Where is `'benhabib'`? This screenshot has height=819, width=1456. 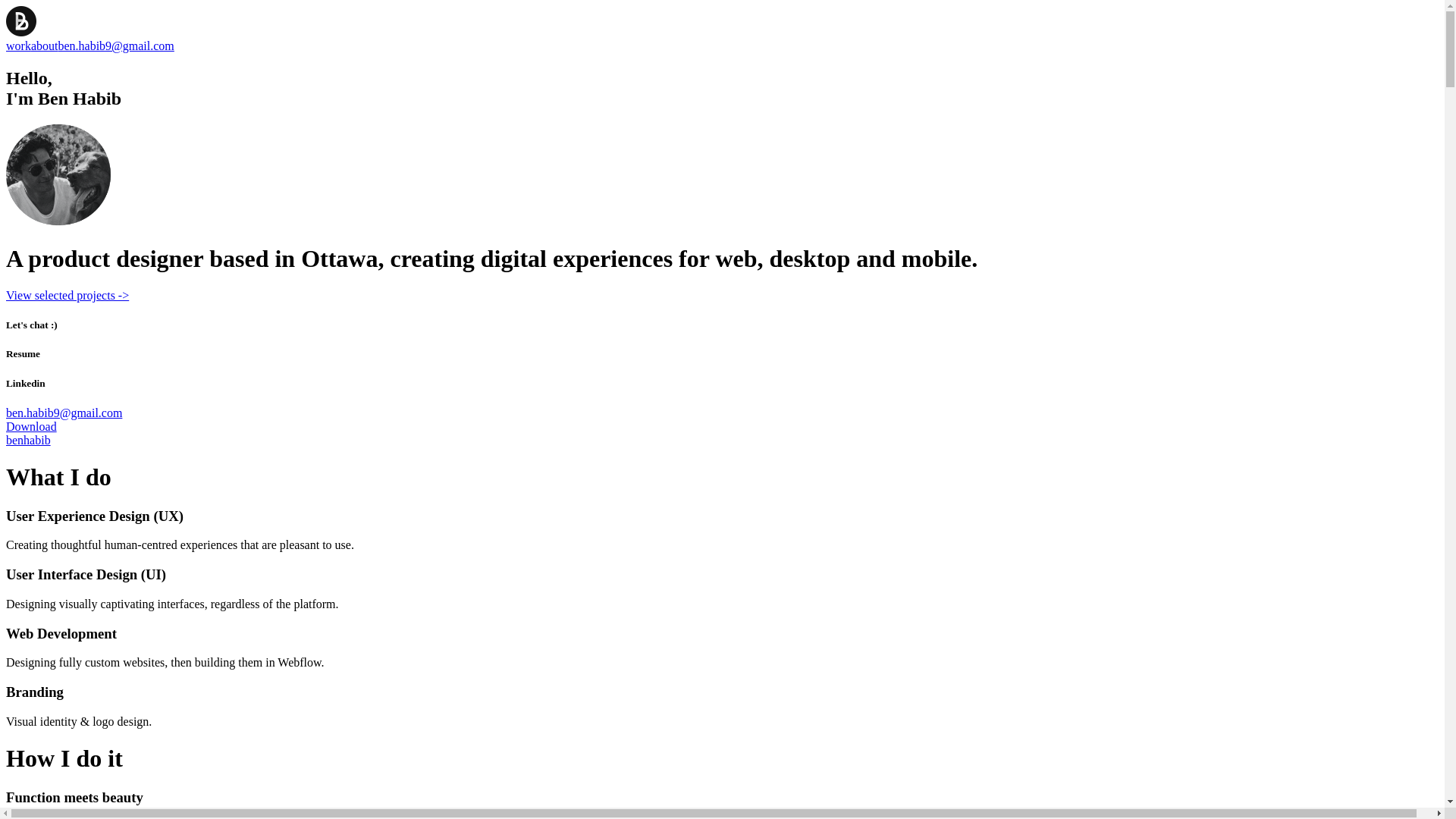
'benhabib' is located at coordinates (28, 440).